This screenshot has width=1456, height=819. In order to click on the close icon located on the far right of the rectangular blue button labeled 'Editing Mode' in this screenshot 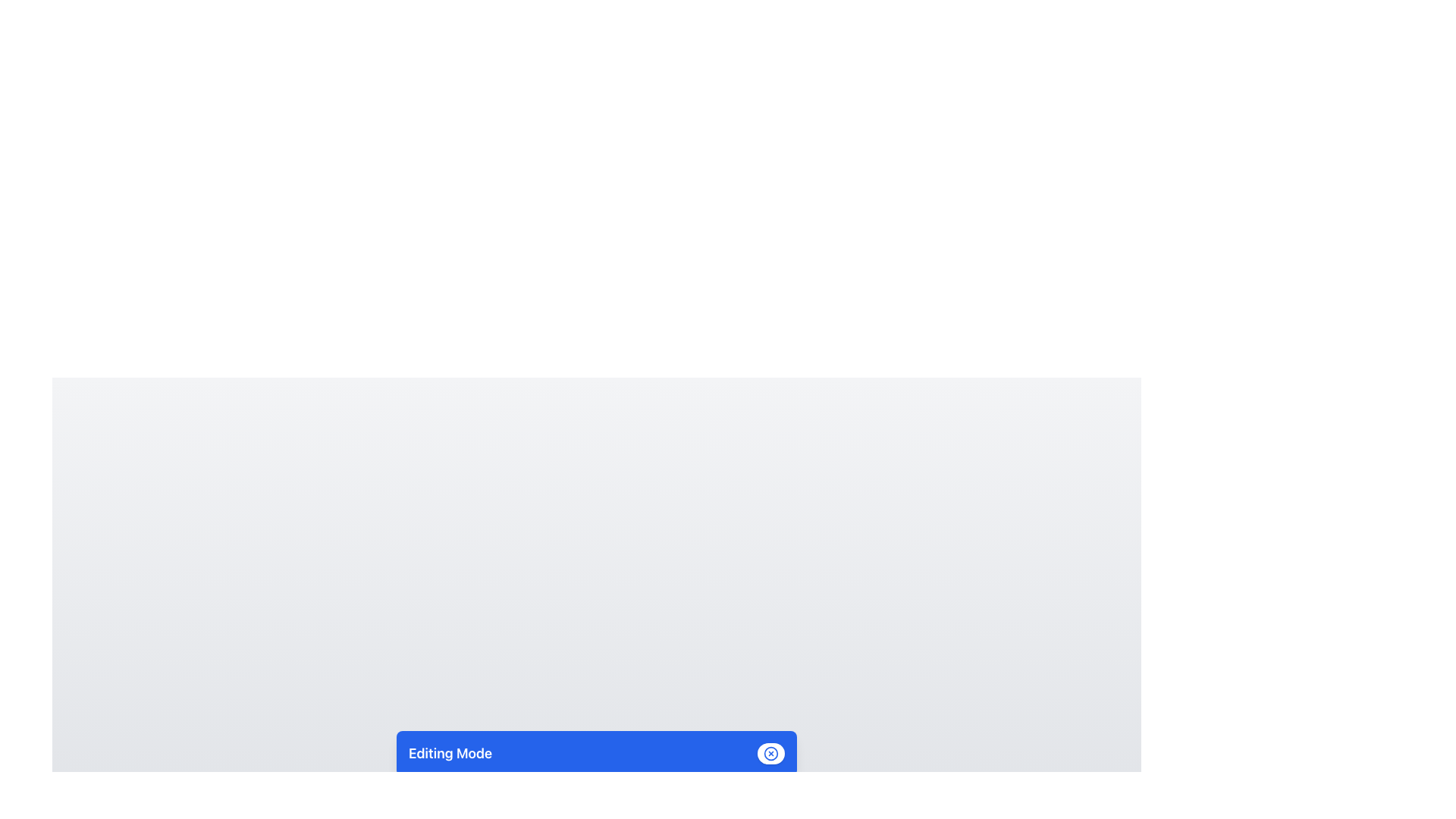, I will do `click(771, 754)`.